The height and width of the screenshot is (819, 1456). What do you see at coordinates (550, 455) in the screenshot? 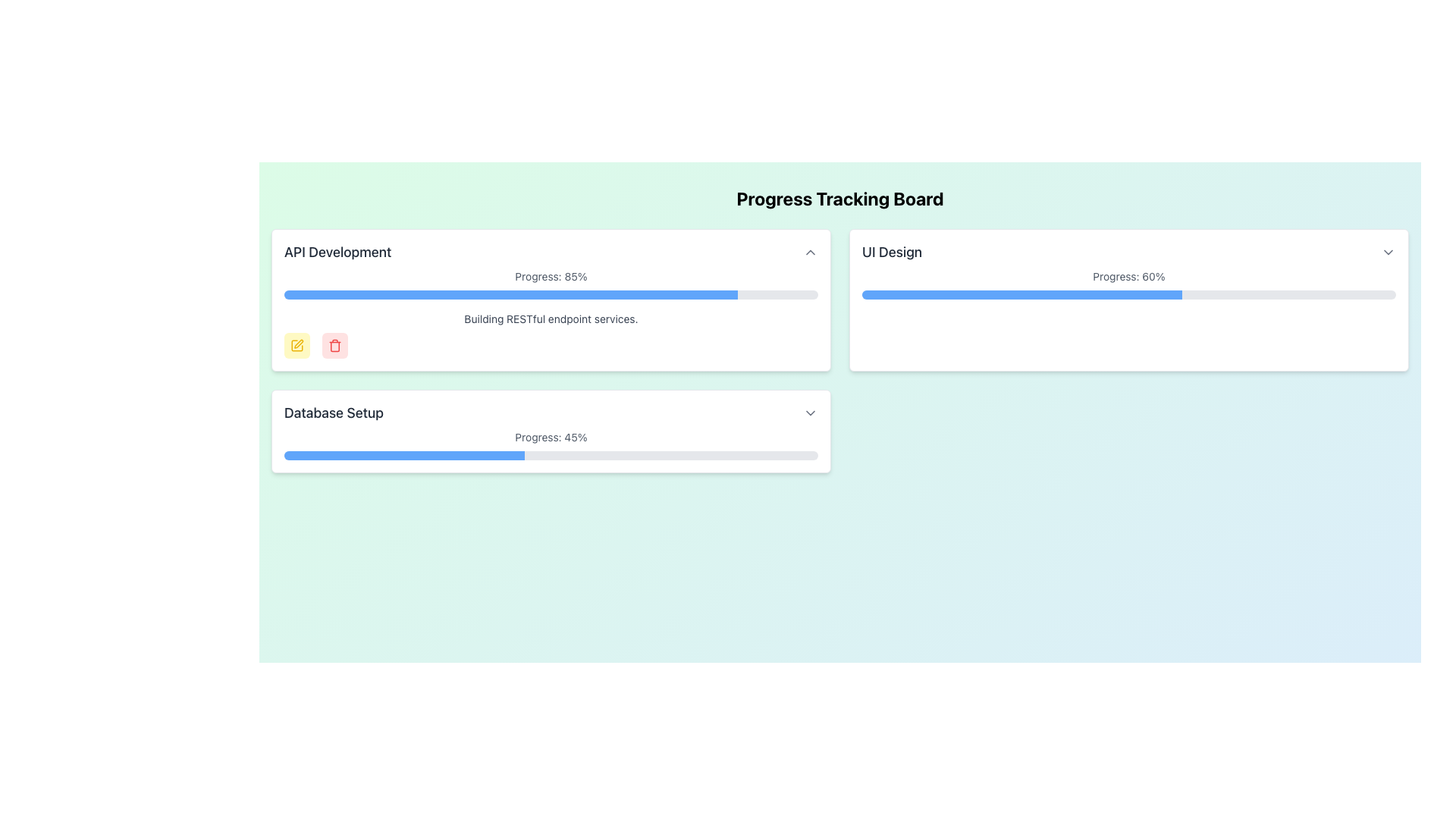
I see `the progress bar indicating 45% completion under the 'Database Setup' title` at bounding box center [550, 455].